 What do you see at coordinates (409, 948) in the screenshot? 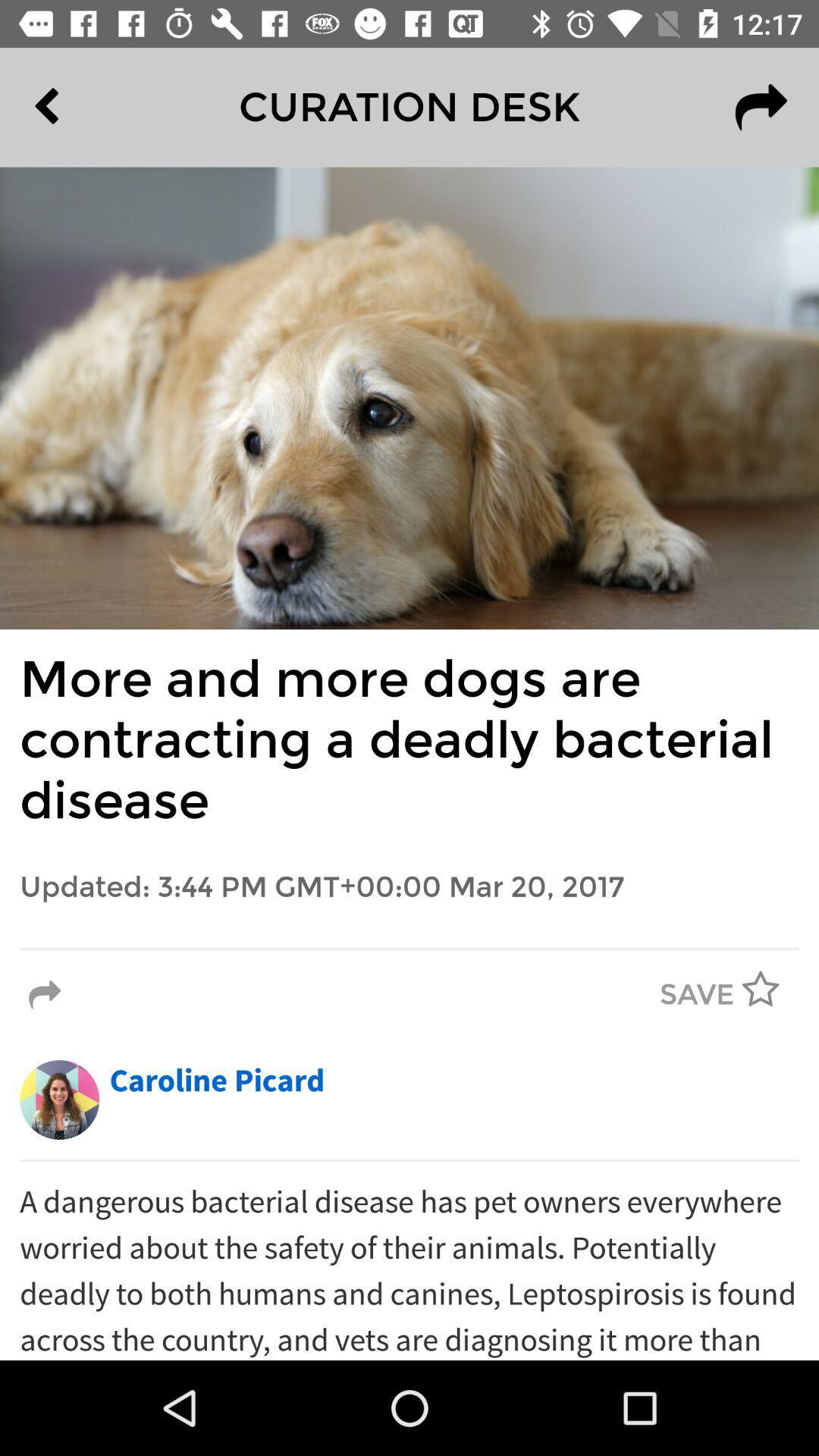
I see `icon below updated 3 44 item` at bounding box center [409, 948].